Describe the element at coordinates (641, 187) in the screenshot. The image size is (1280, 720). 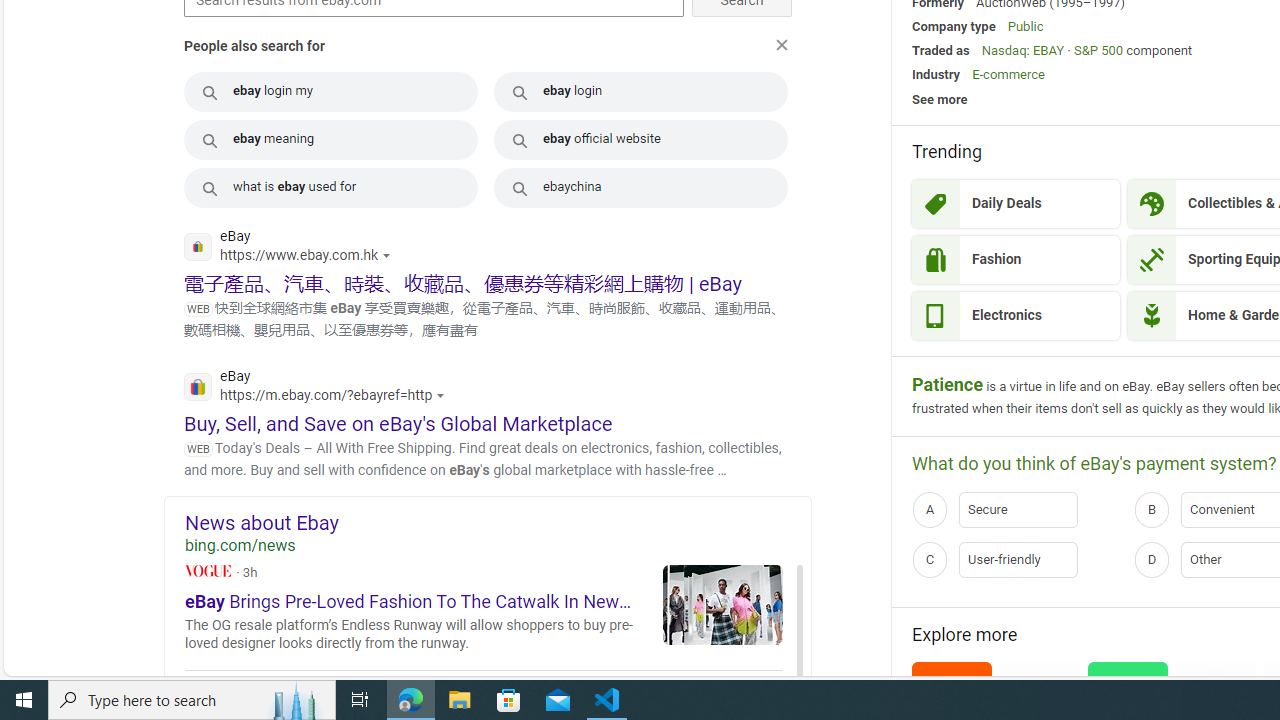
I see `'ebaychina'` at that location.